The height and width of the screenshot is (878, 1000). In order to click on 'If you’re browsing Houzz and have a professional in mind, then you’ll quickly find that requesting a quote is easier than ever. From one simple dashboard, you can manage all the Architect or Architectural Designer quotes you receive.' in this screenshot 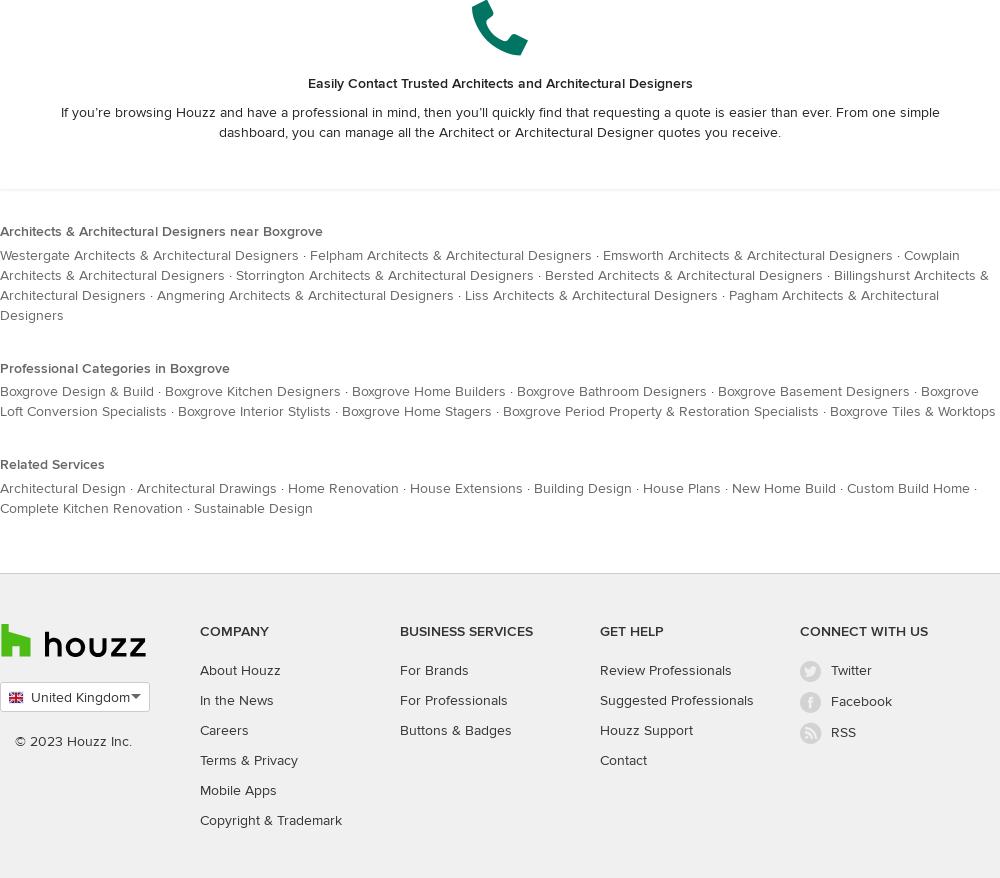, I will do `click(498, 120)`.